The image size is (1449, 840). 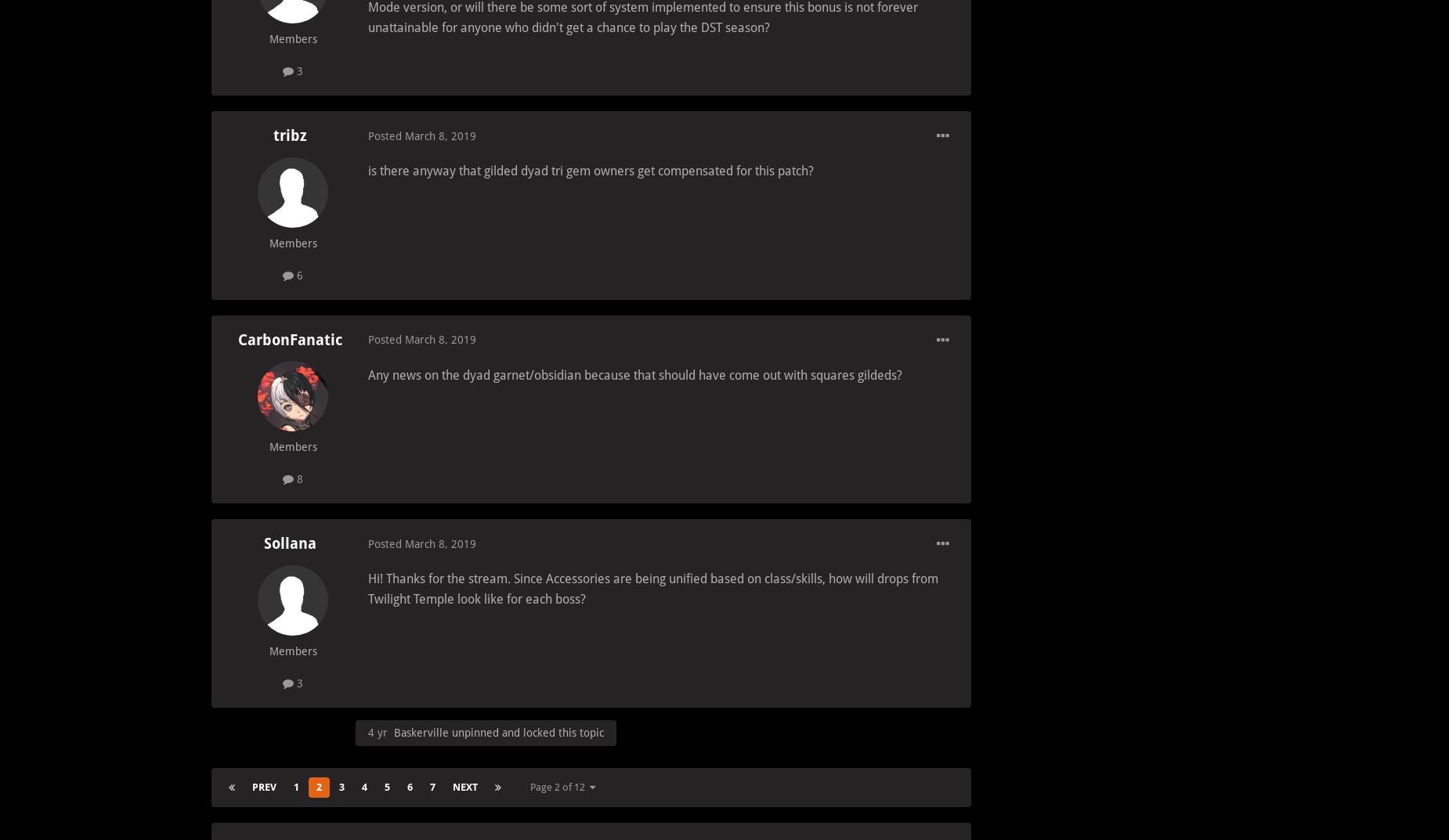 I want to click on 'unpinned and locked this topic', so click(x=526, y=732).